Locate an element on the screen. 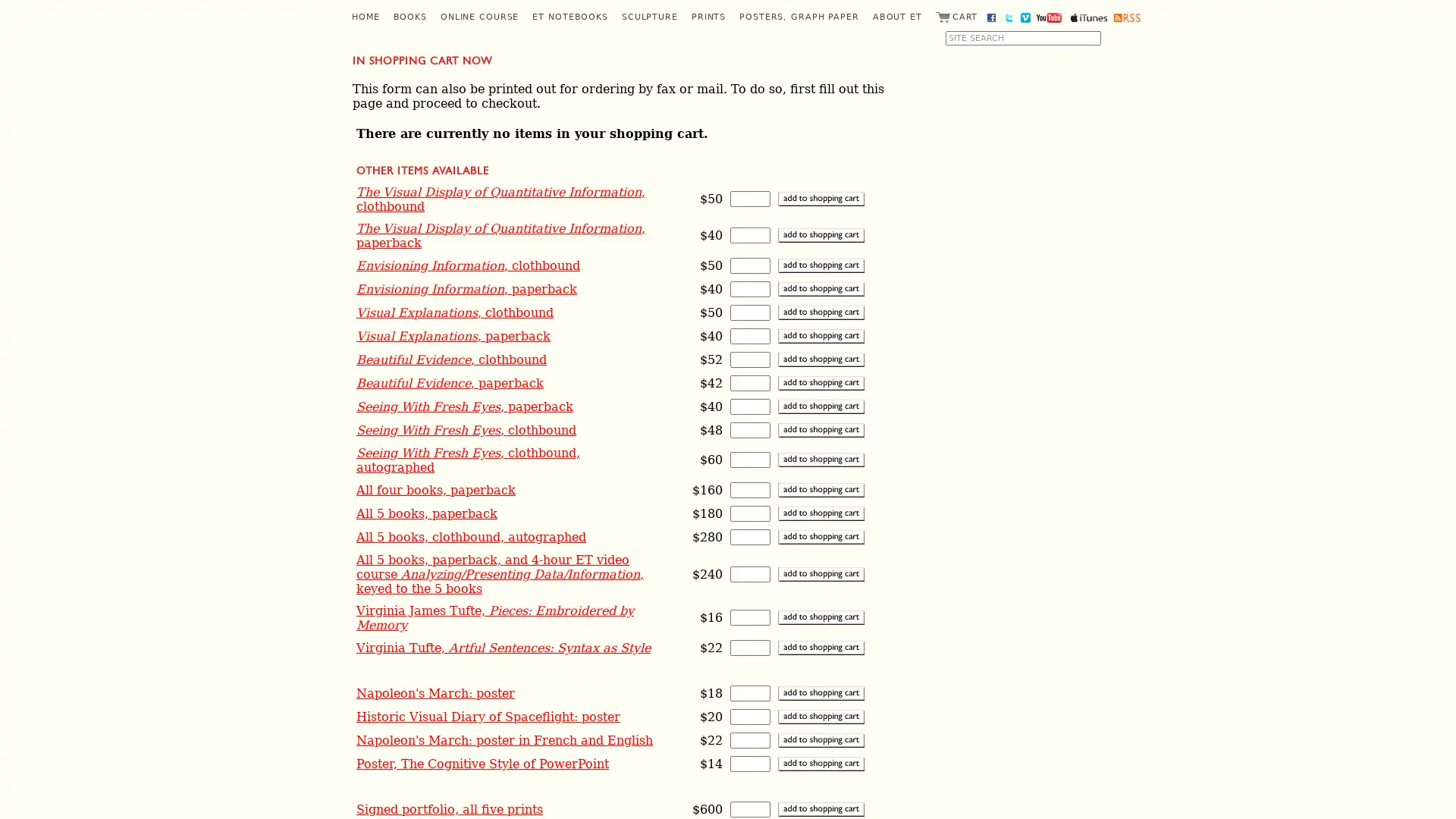  add to shopping cart is located at coordinates (821, 739).